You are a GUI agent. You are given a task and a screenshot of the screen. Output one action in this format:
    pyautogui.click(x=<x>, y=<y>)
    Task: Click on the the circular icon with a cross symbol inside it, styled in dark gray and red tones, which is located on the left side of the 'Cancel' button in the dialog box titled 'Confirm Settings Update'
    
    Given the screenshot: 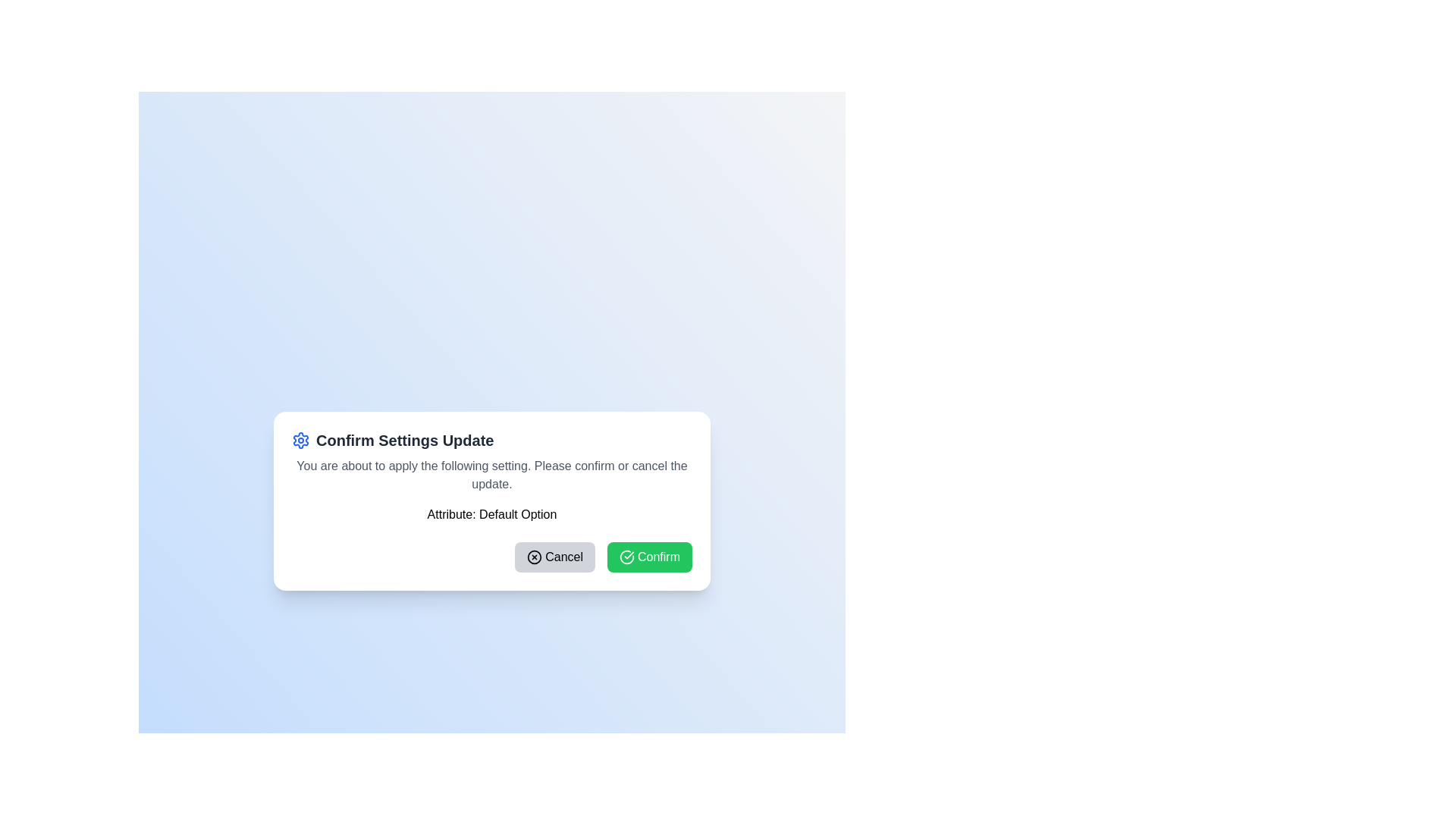 What is the action you would take?
    pyautogui.click(x=535, y=557)
    